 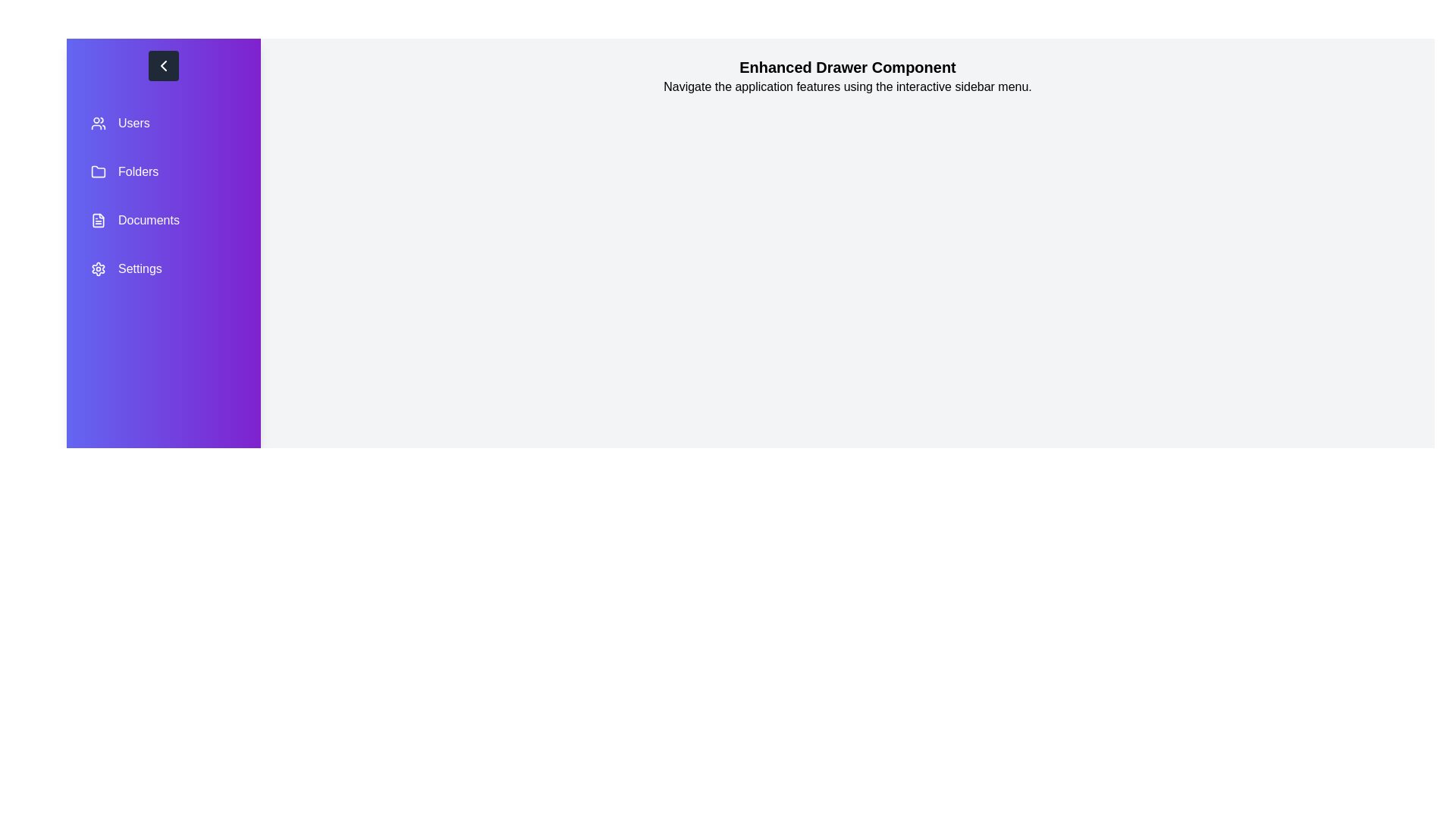 I want to click on the menu item labeled Users to observe the hover effect, so click(x=164, y=122).